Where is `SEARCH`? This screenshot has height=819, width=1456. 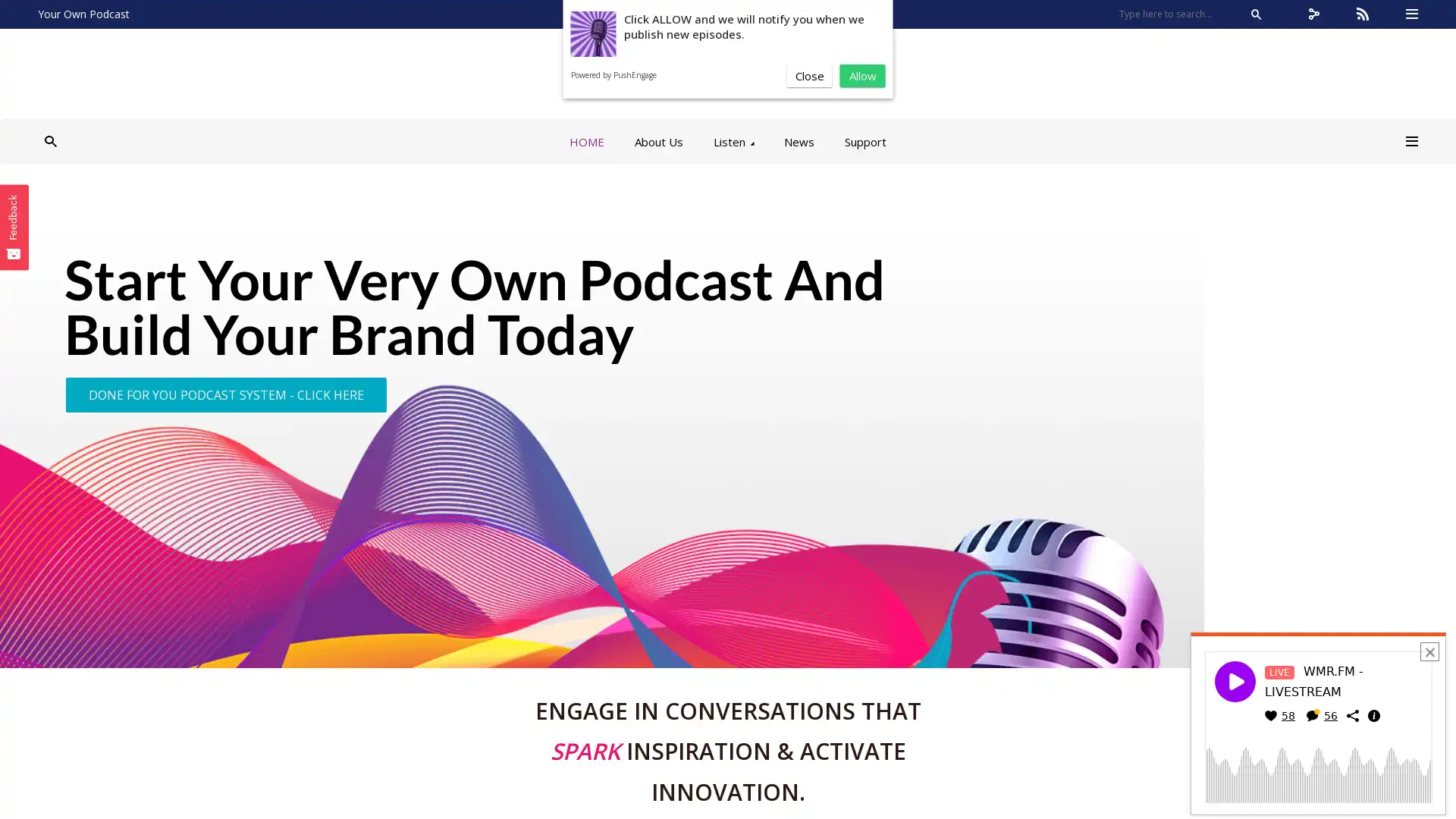
SEARCH is located at coordinates (1256, 14).